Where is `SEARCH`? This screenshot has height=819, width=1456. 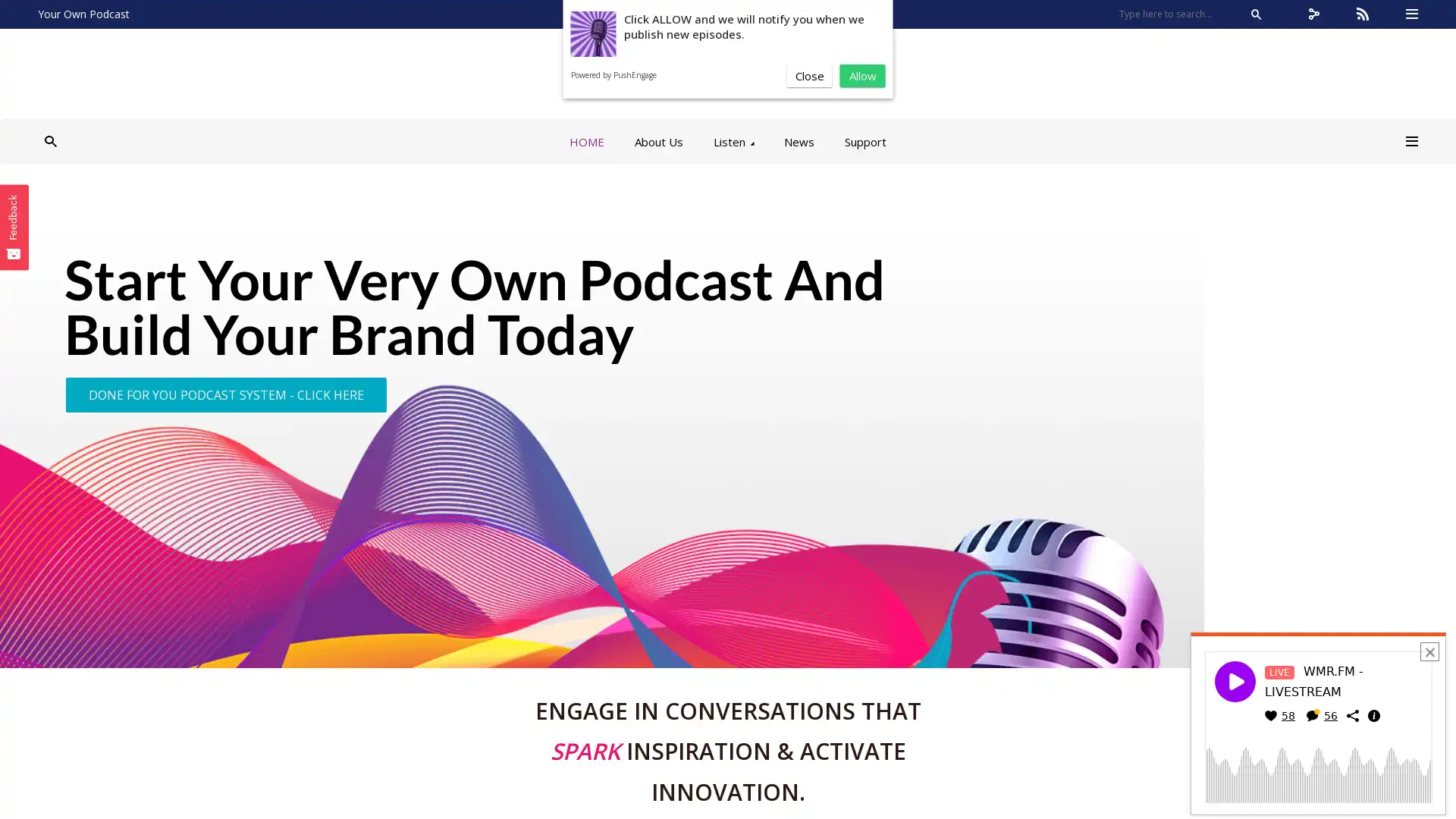
SEARCH is located at coordinates (1256, 14).